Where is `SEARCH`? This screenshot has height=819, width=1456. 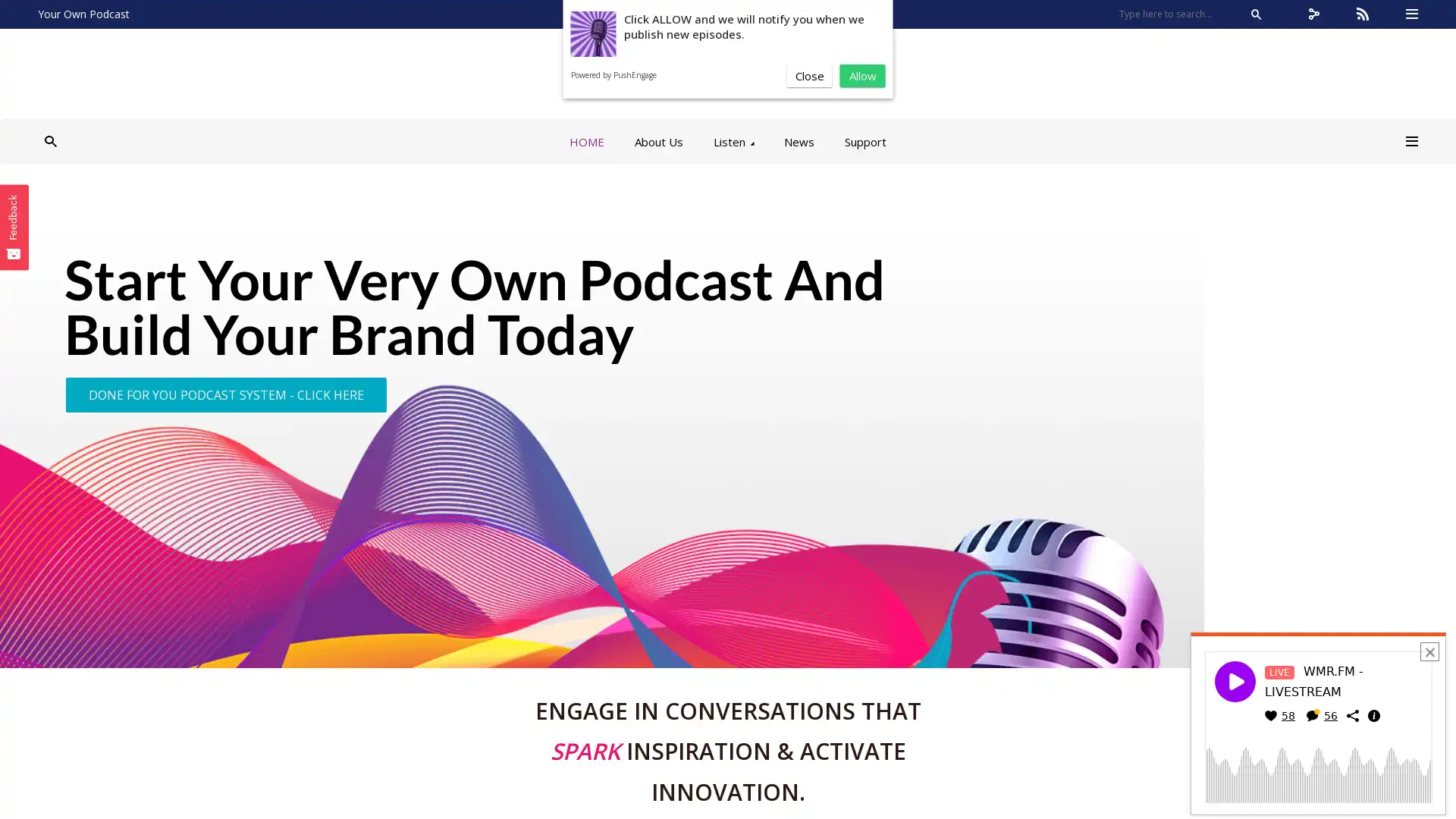
SEARCH is located at coordinates (1256, 14).